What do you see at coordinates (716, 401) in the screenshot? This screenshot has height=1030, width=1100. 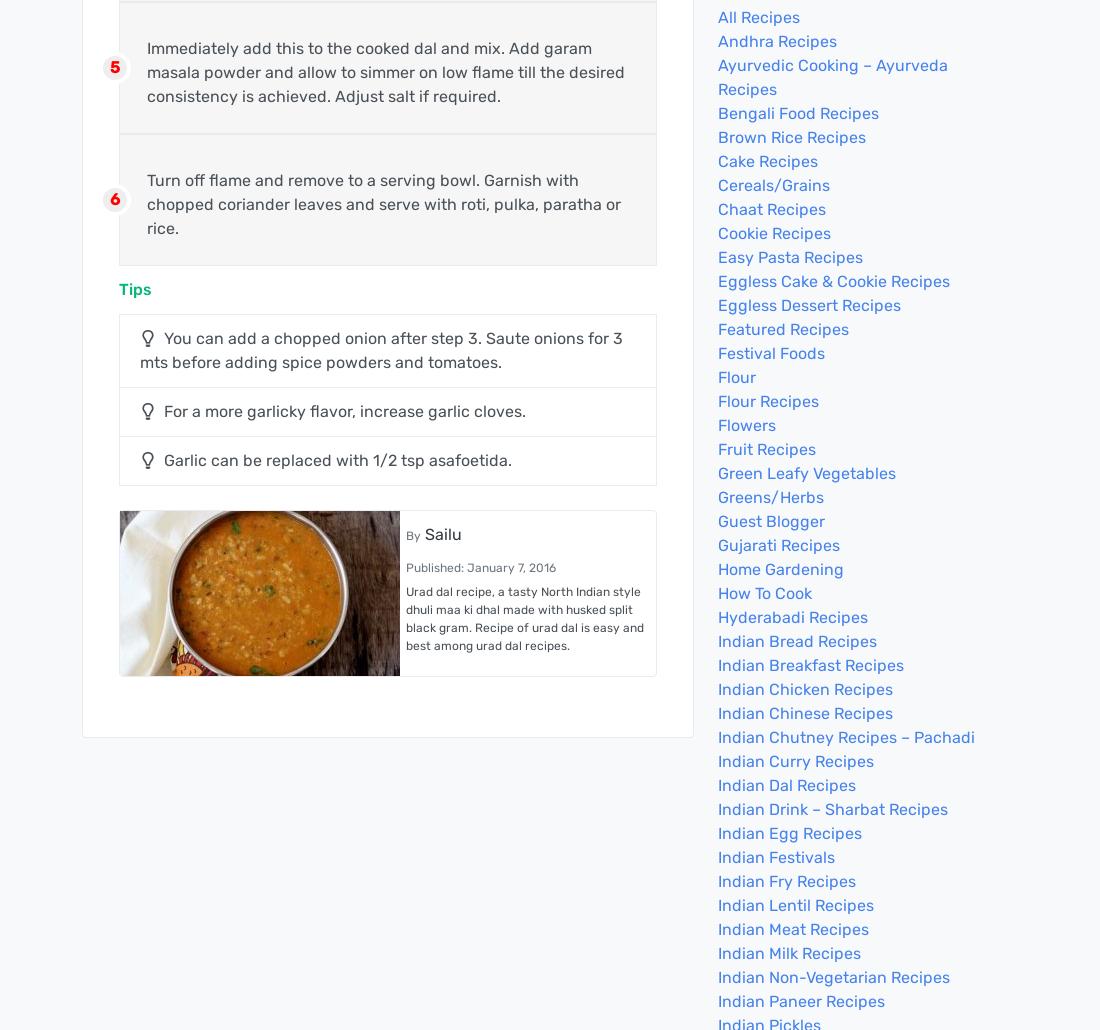 I see `'Flour Recipes'` at bounding box center [716, 401].